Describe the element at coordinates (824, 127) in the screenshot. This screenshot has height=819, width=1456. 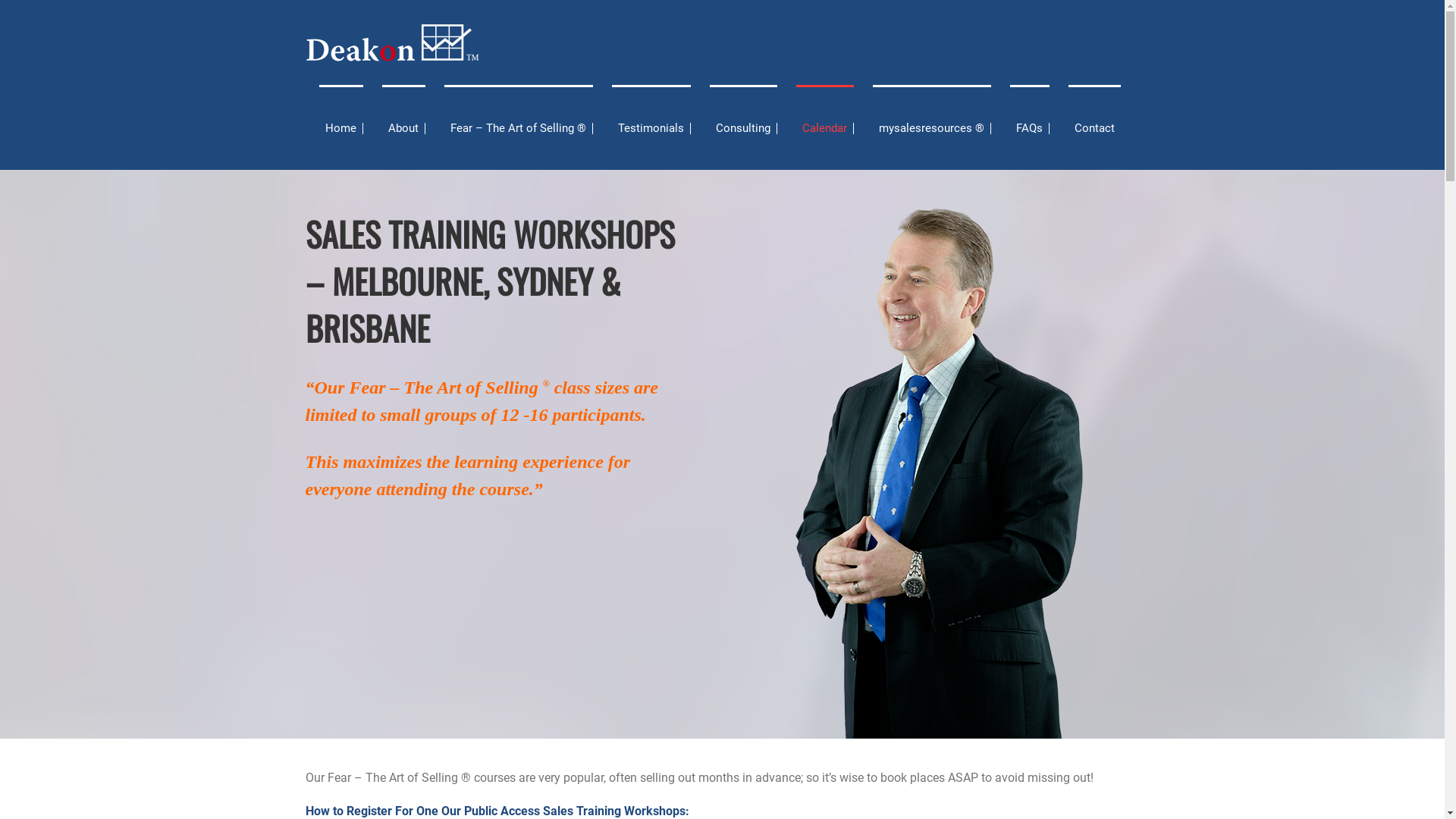
I see `'Calendar'` at that location.